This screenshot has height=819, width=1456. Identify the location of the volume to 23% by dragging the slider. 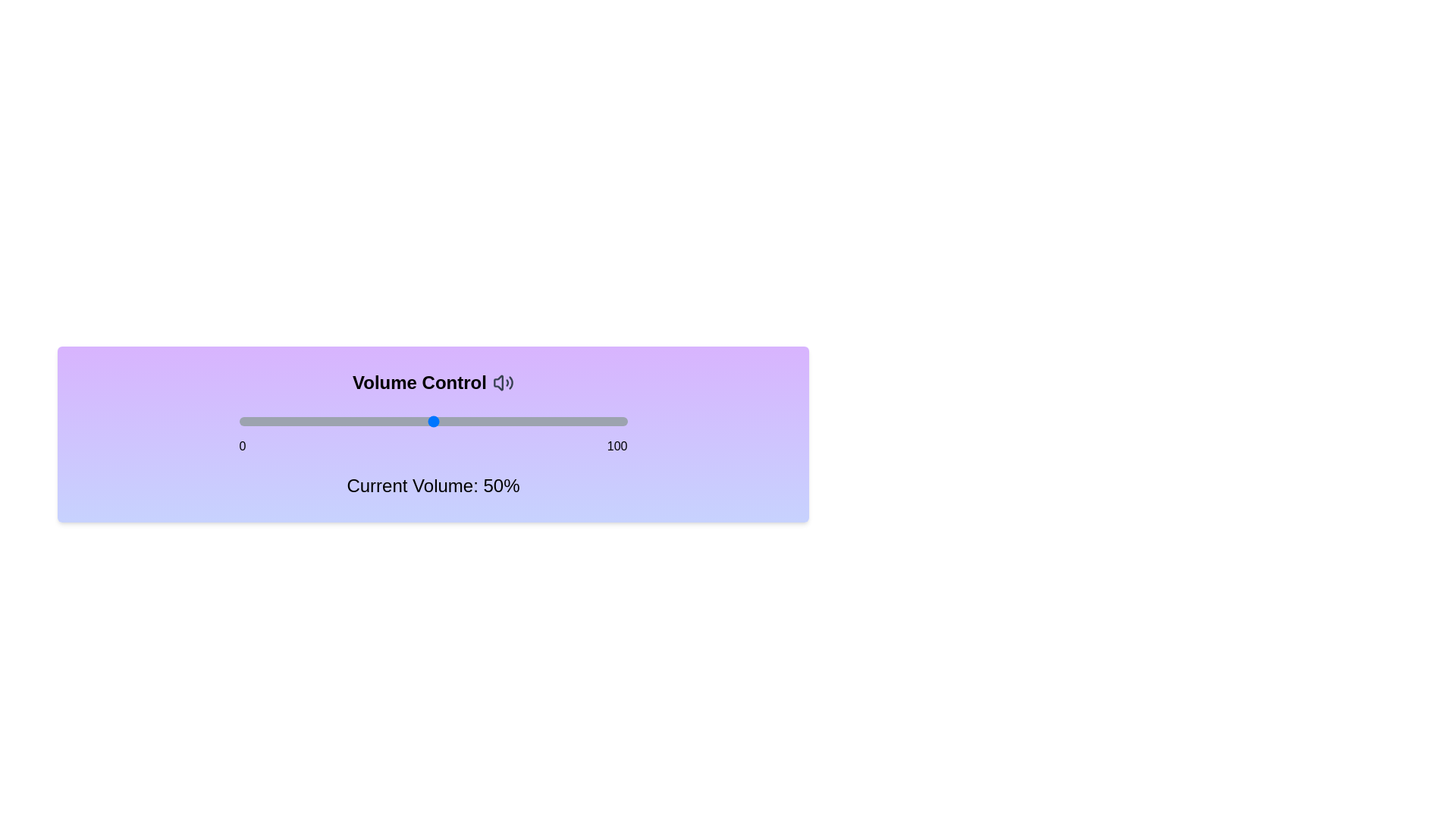
(328, 421).